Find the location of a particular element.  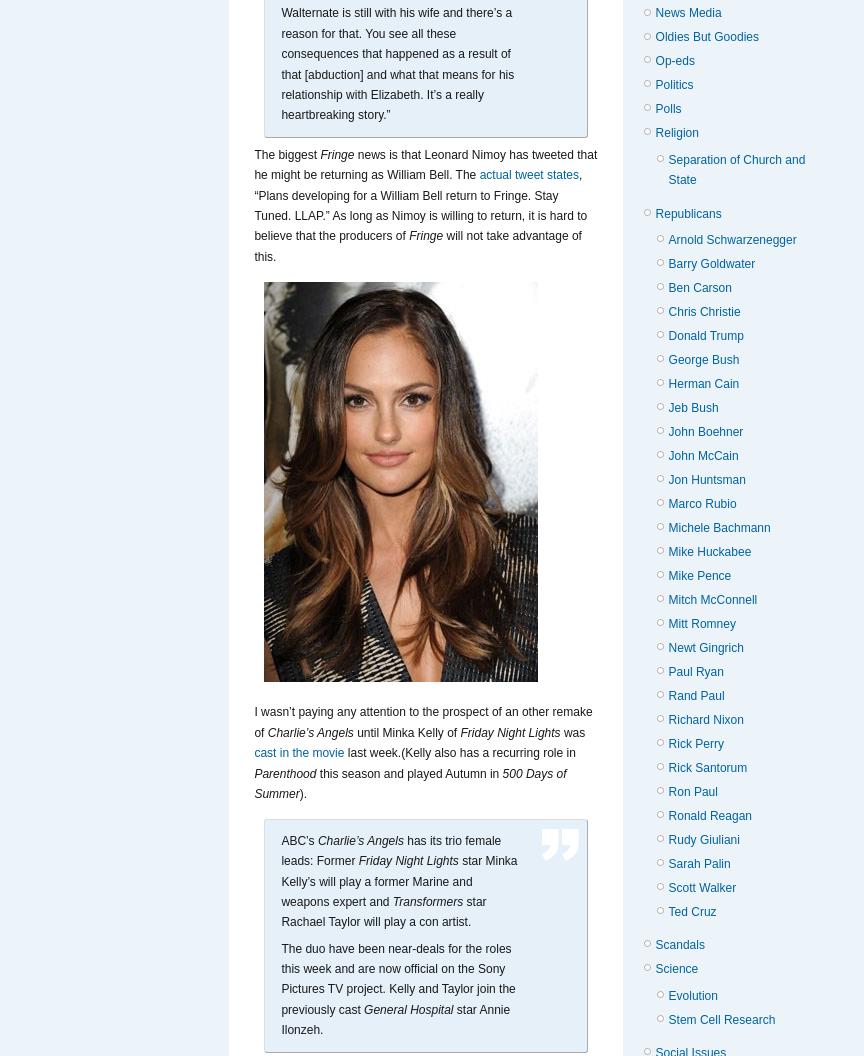

'Herman Cain' is located at coordinates (703, 382).